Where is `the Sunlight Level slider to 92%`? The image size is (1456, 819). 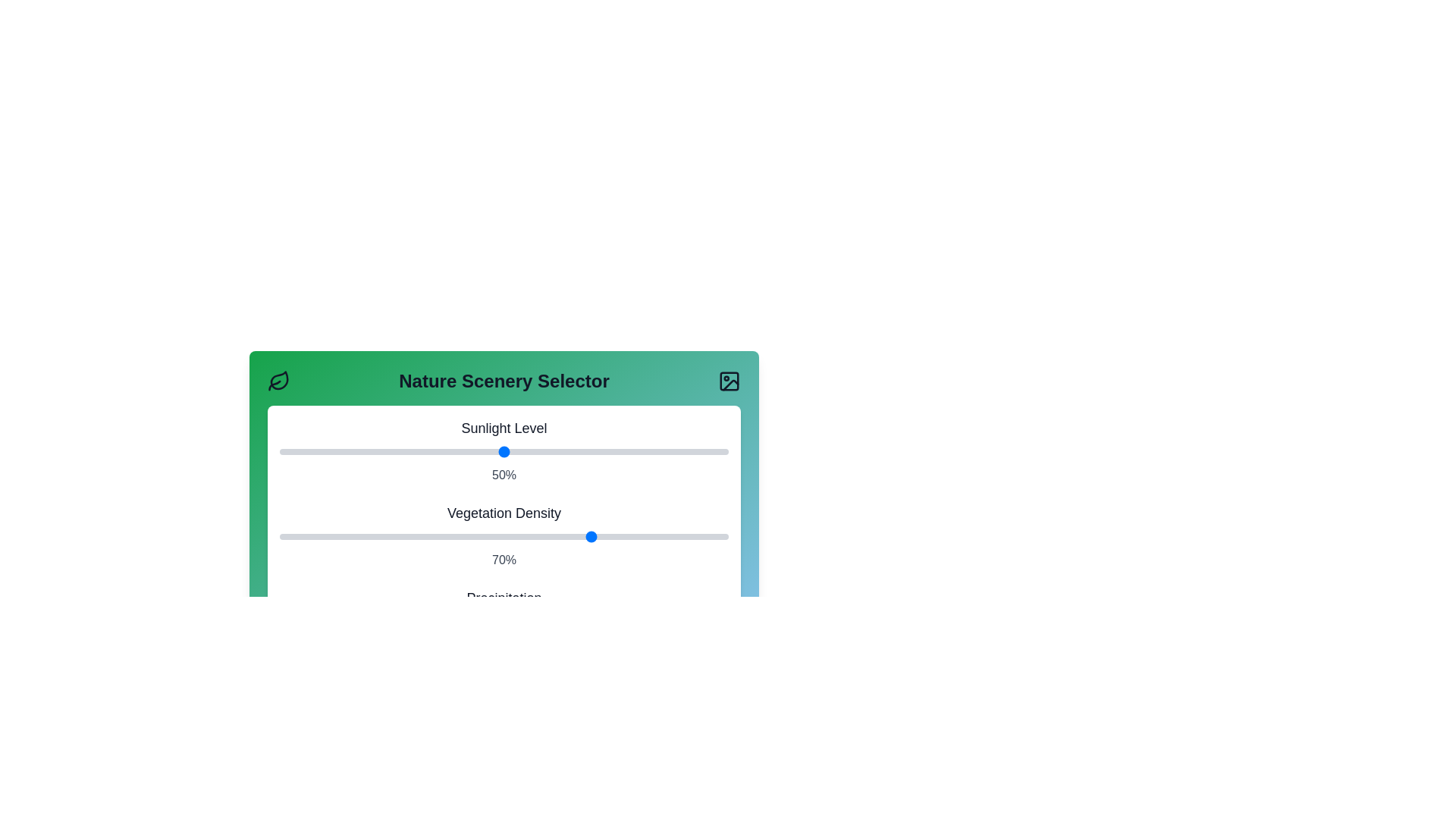
the Sunlight Level slider to 92% is located at coordinates (692, 451).